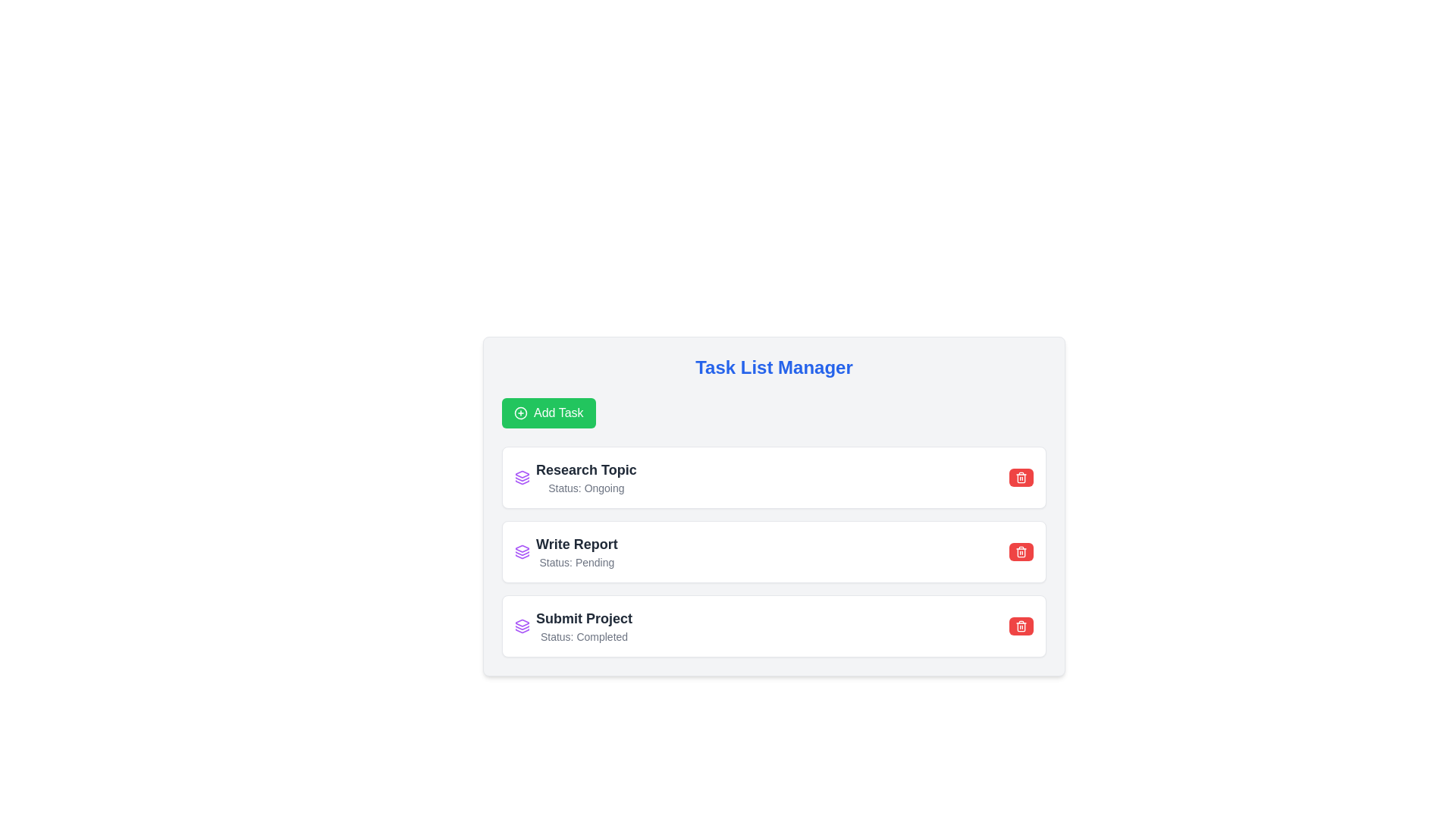  What do you see at coordinates (585, 469) in the screenshot?
I see `the 'Research Topic' text label, which is styled in bold and slightly enlarged font, located at the top of the task list` at bounding box center [585, 469].